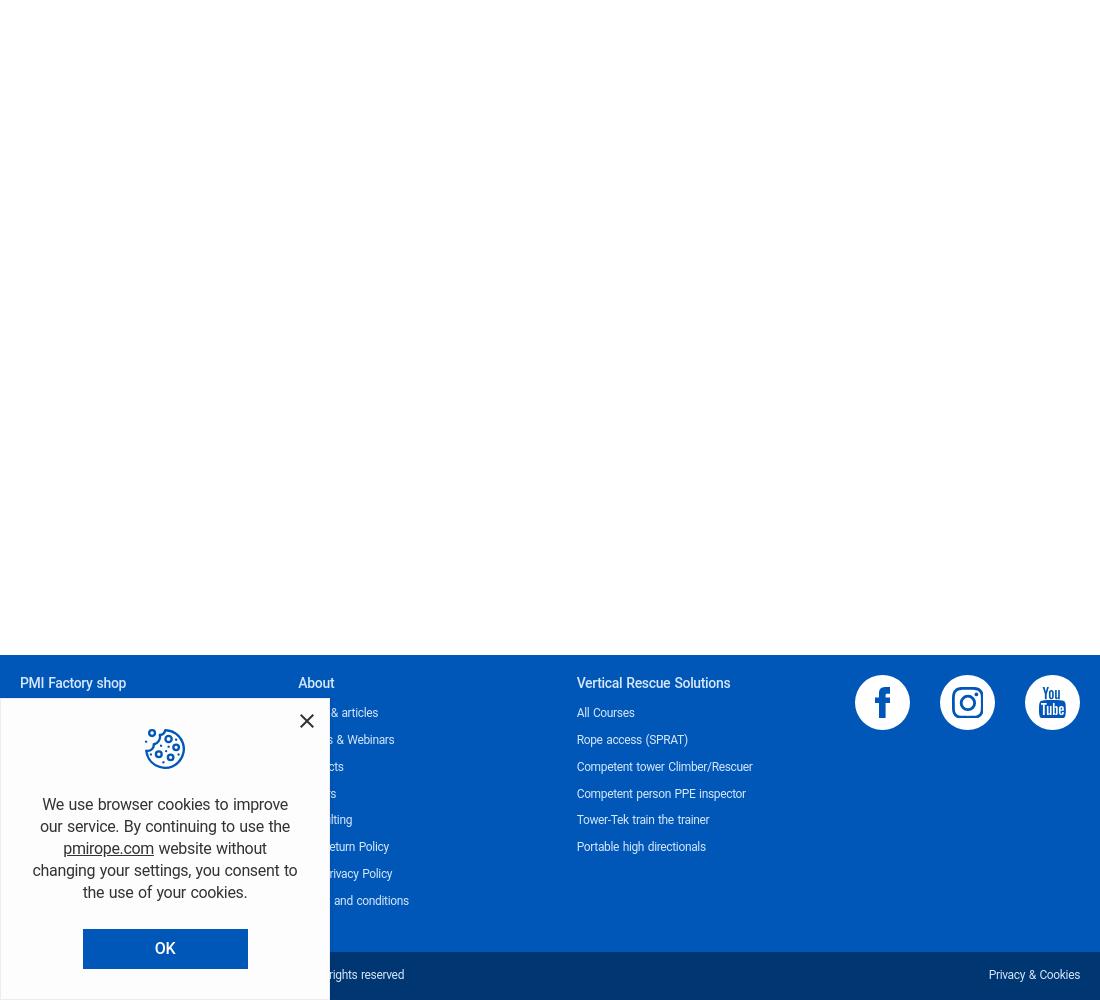  What do you see at coordinates (324, 819) in the screenshot?
I see `'Consulting'` at bounding box center [324, 819].